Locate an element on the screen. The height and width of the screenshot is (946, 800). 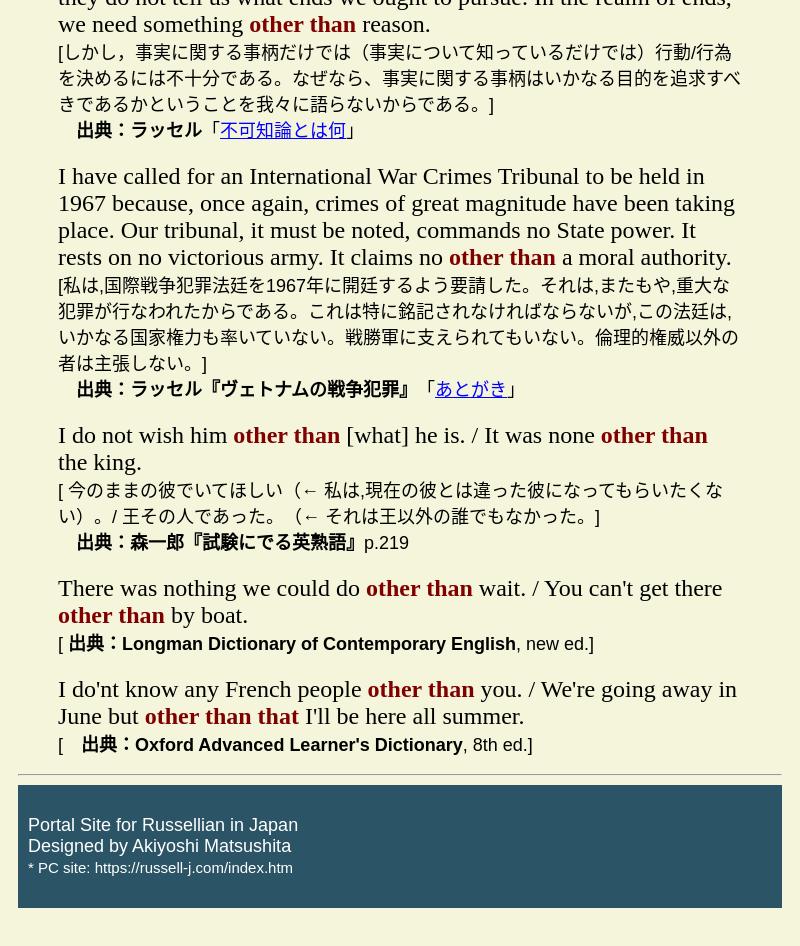
'[what] he is. / It was none' is located at coordinates (470, 433).